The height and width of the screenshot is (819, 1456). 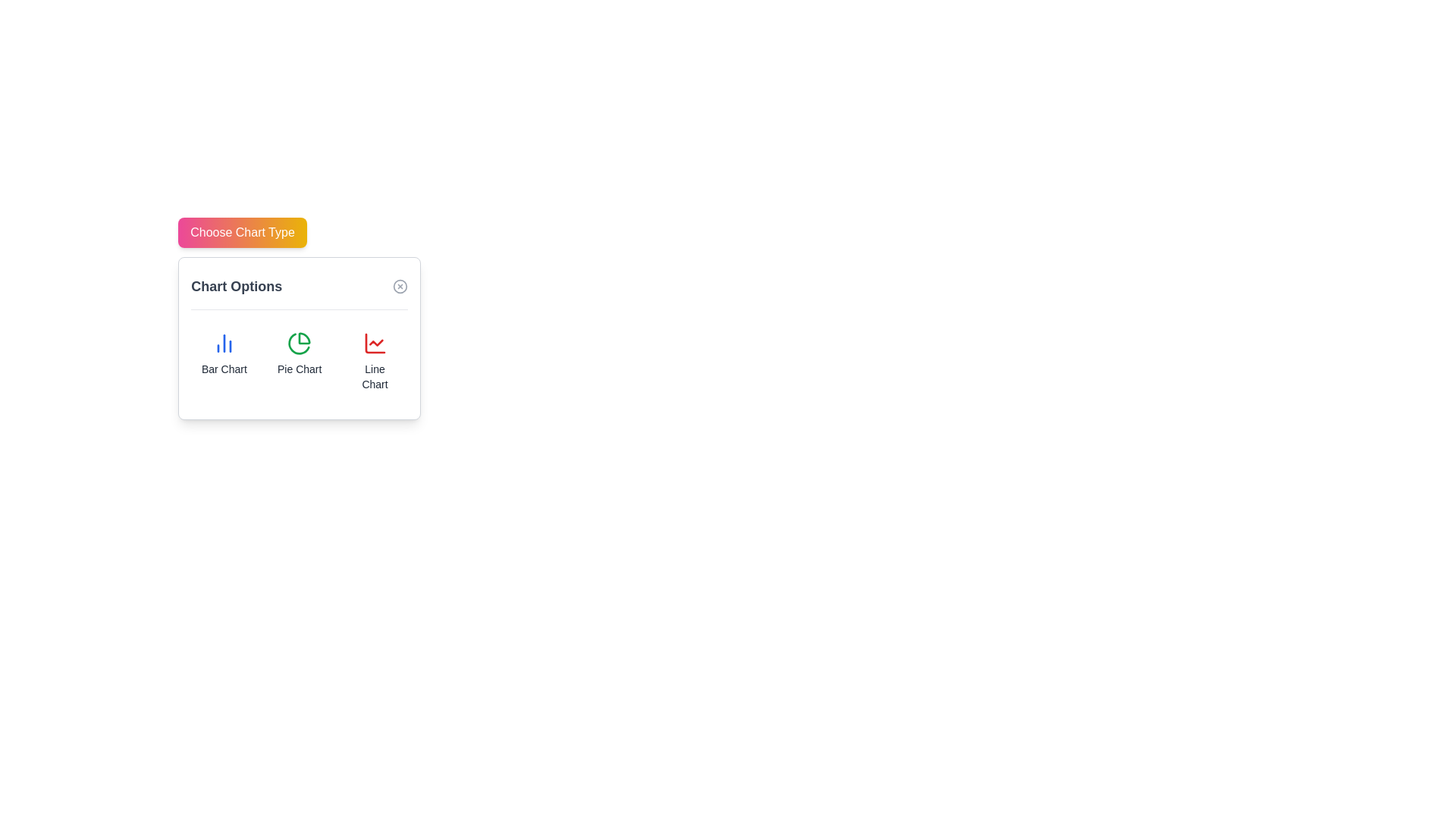 I want to click on the selection button for the 'Line Chart' option, which is the third button in a row of three under the 'Chart Options' heading, so click(x=375, y=362).